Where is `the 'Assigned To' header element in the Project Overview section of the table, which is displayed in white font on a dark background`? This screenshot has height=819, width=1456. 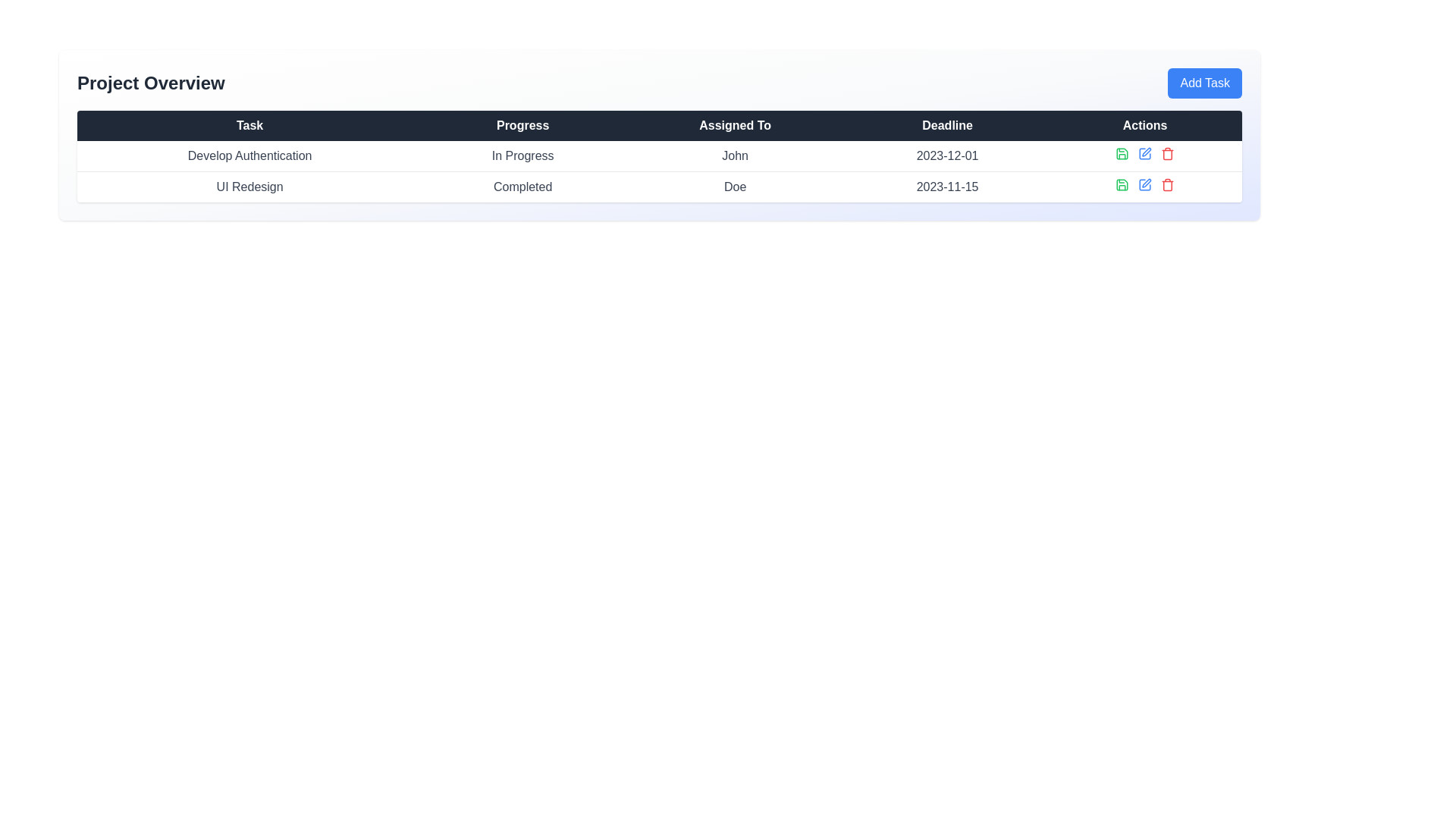 the 'Assigned To' header element in the Project Overview section of the table, which is displayed in white font on a dark background is located at coordinates (735, 124).